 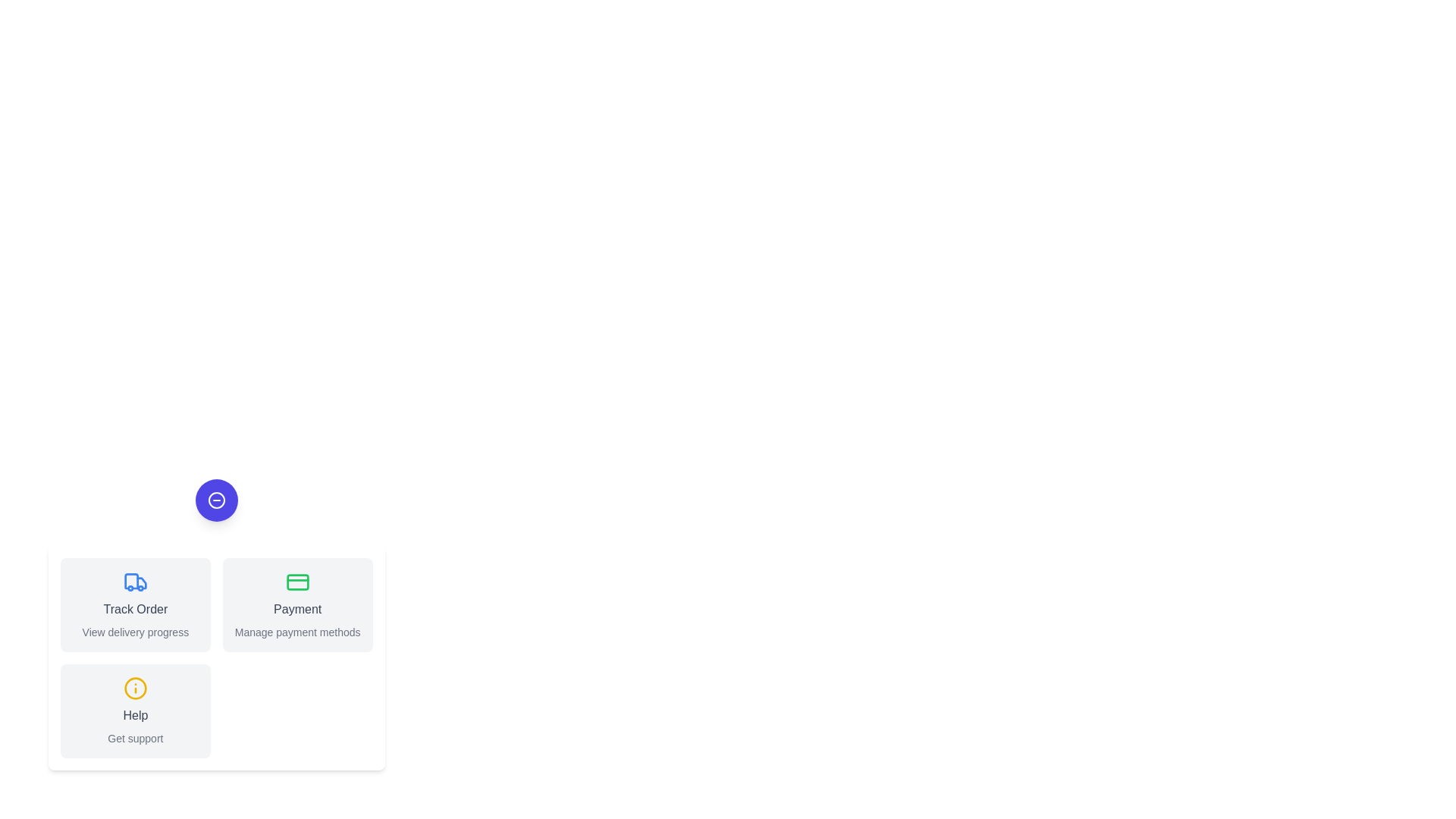 I want to click on the 'Track Order' button, so click(x=135, y=604).